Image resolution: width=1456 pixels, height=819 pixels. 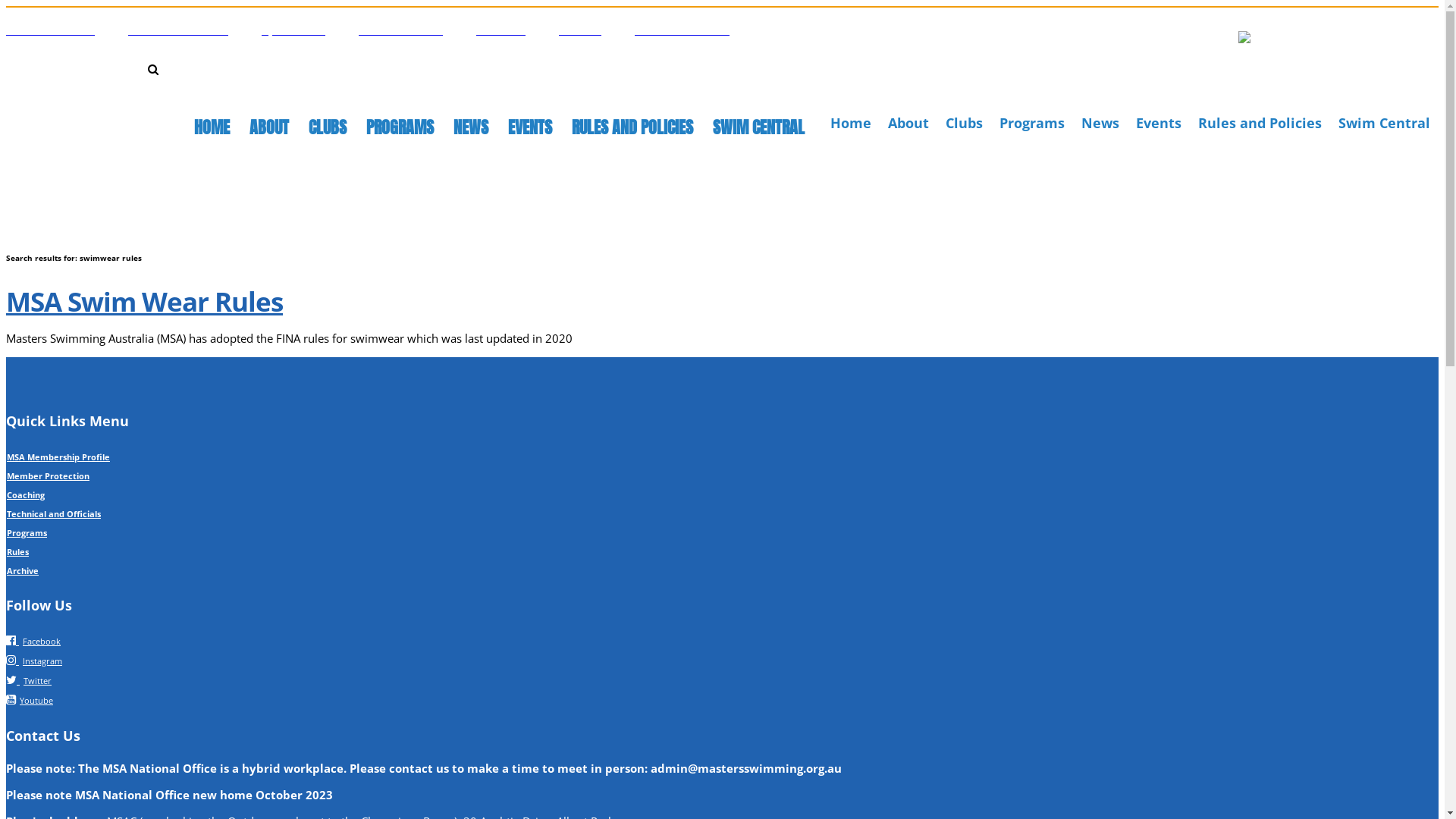 I want to click on 'MSA Swim Wear Rules', so click(x=144, y=301).